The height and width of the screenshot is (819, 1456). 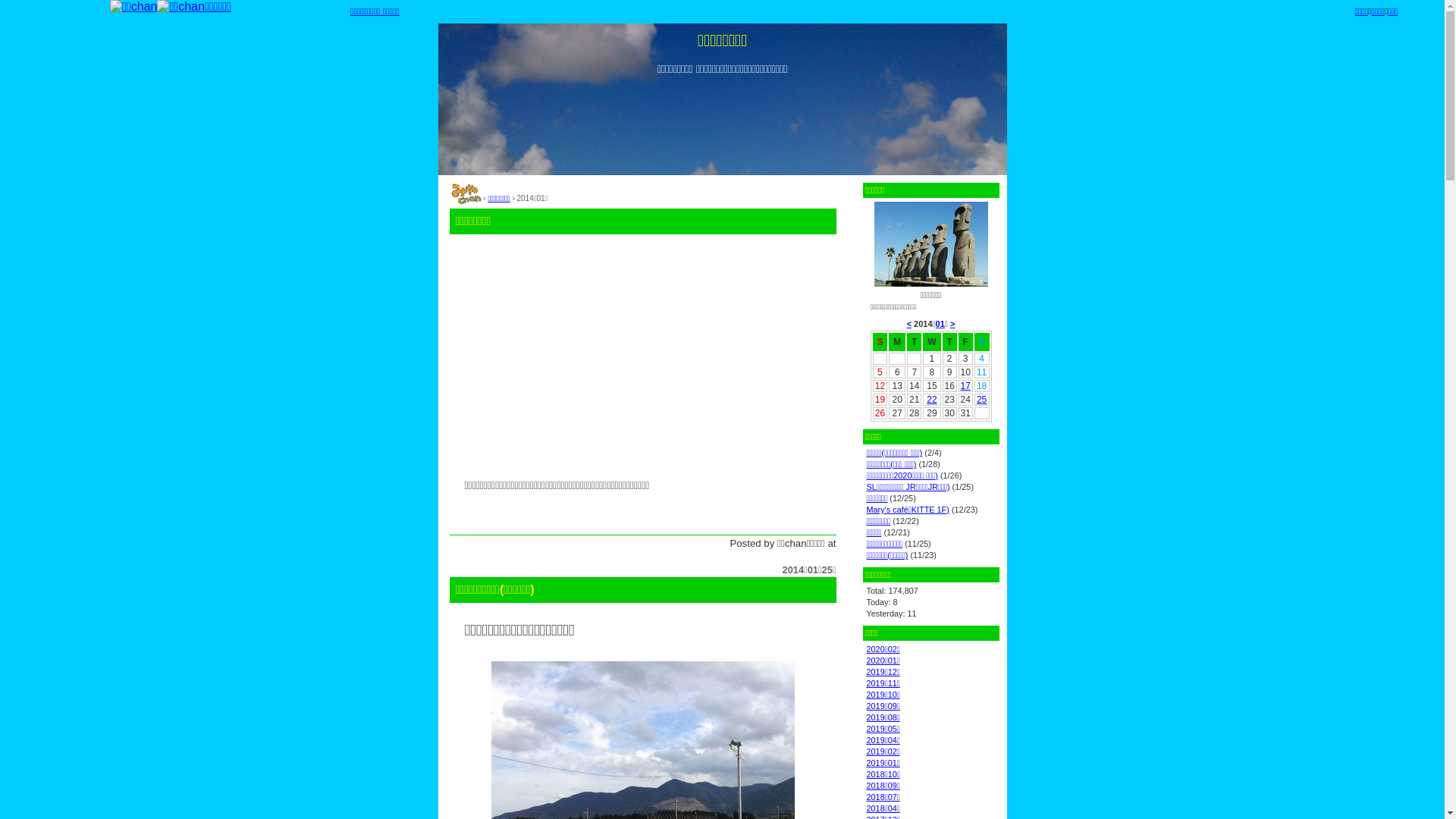 What do you see at coordinates (930, 399) in the screenshot?
I see `'22'` at bounding box center [930, 399].